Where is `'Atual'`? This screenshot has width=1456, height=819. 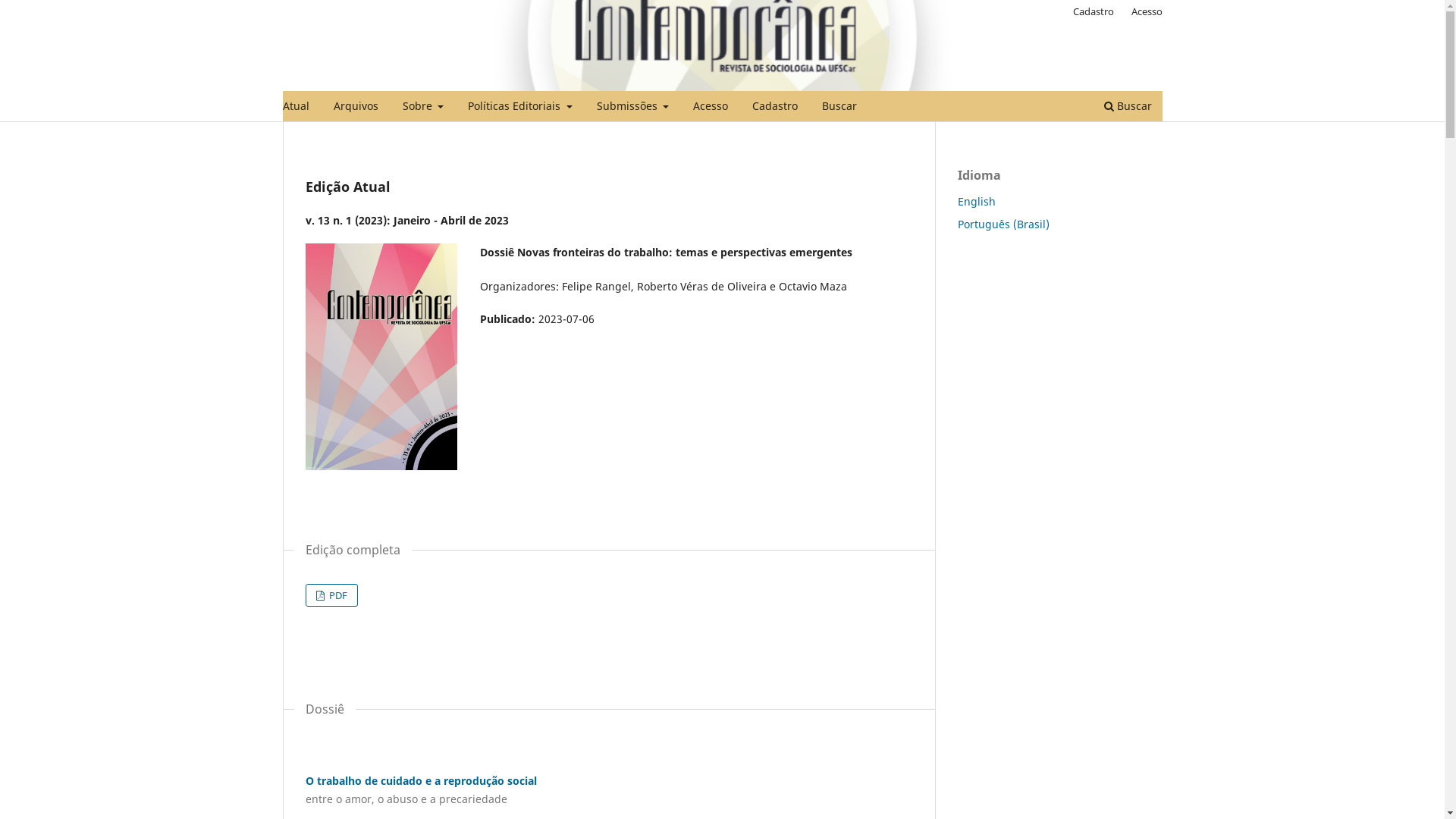 'Atual' is located at coordinates (296, 107).